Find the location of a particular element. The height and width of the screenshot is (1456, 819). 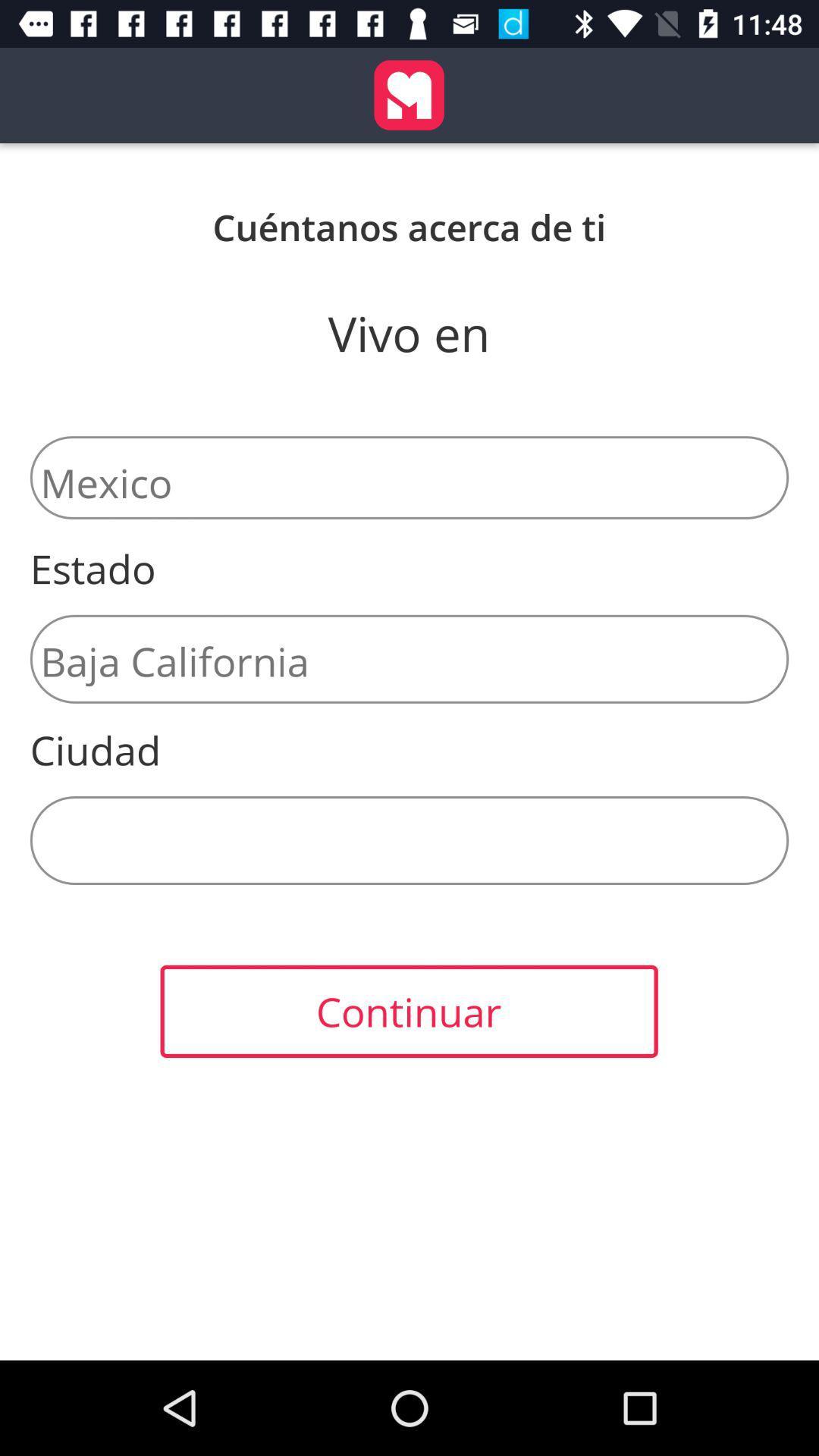

the icon above the estado icon is located at coordinates (409, 476).